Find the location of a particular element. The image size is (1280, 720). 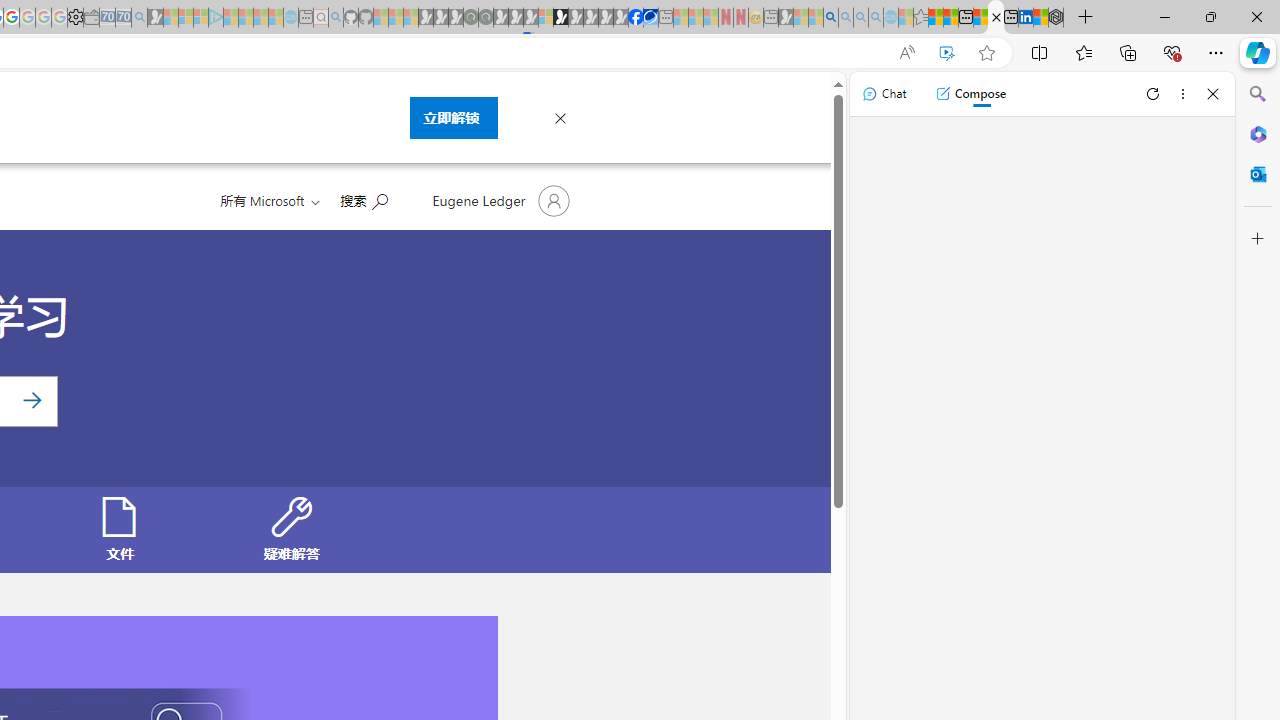

'Close Outlook pane' is located at coordinates (1257, 173).